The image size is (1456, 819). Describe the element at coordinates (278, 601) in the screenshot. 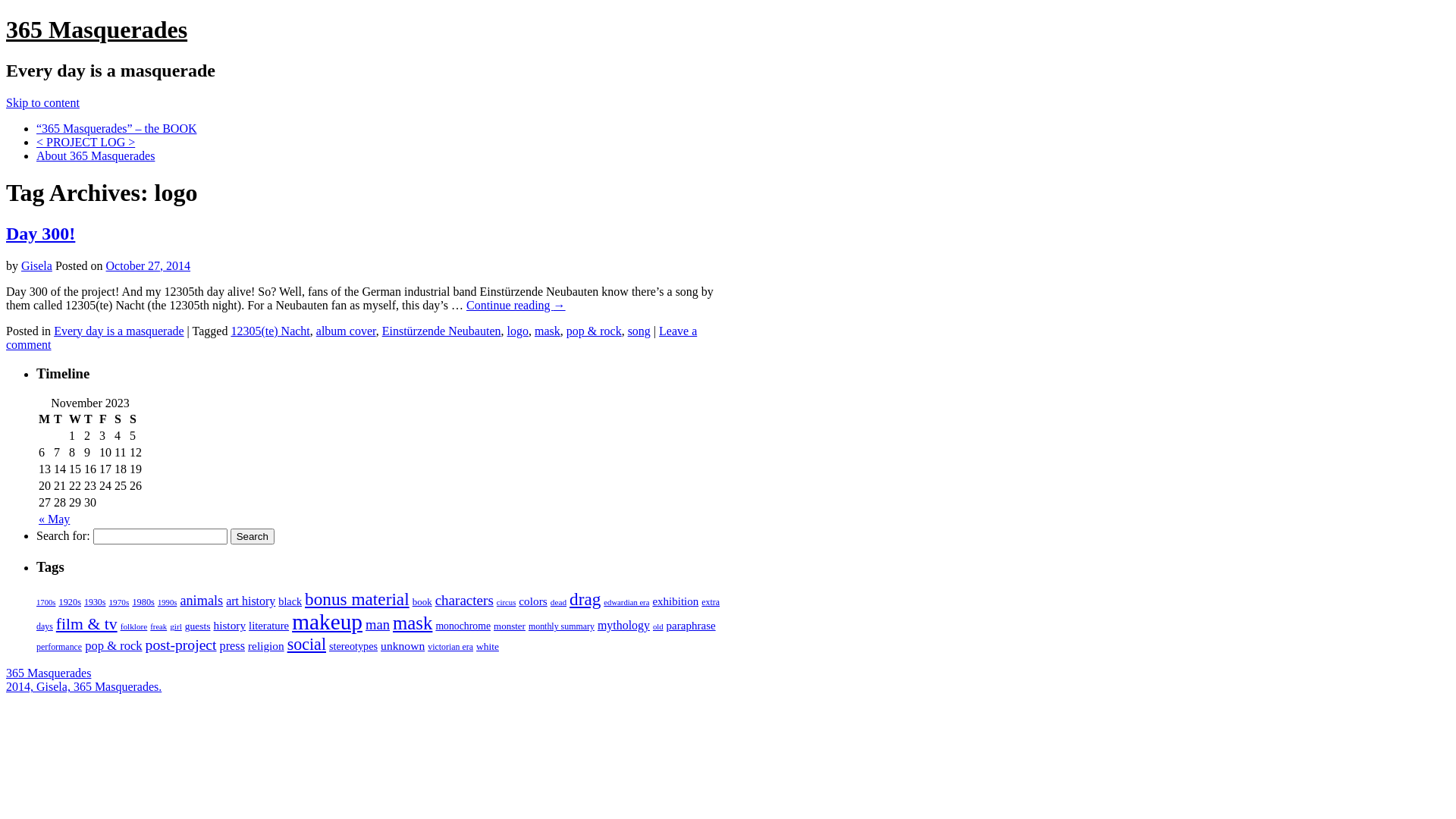

I see `'black'` at that location.